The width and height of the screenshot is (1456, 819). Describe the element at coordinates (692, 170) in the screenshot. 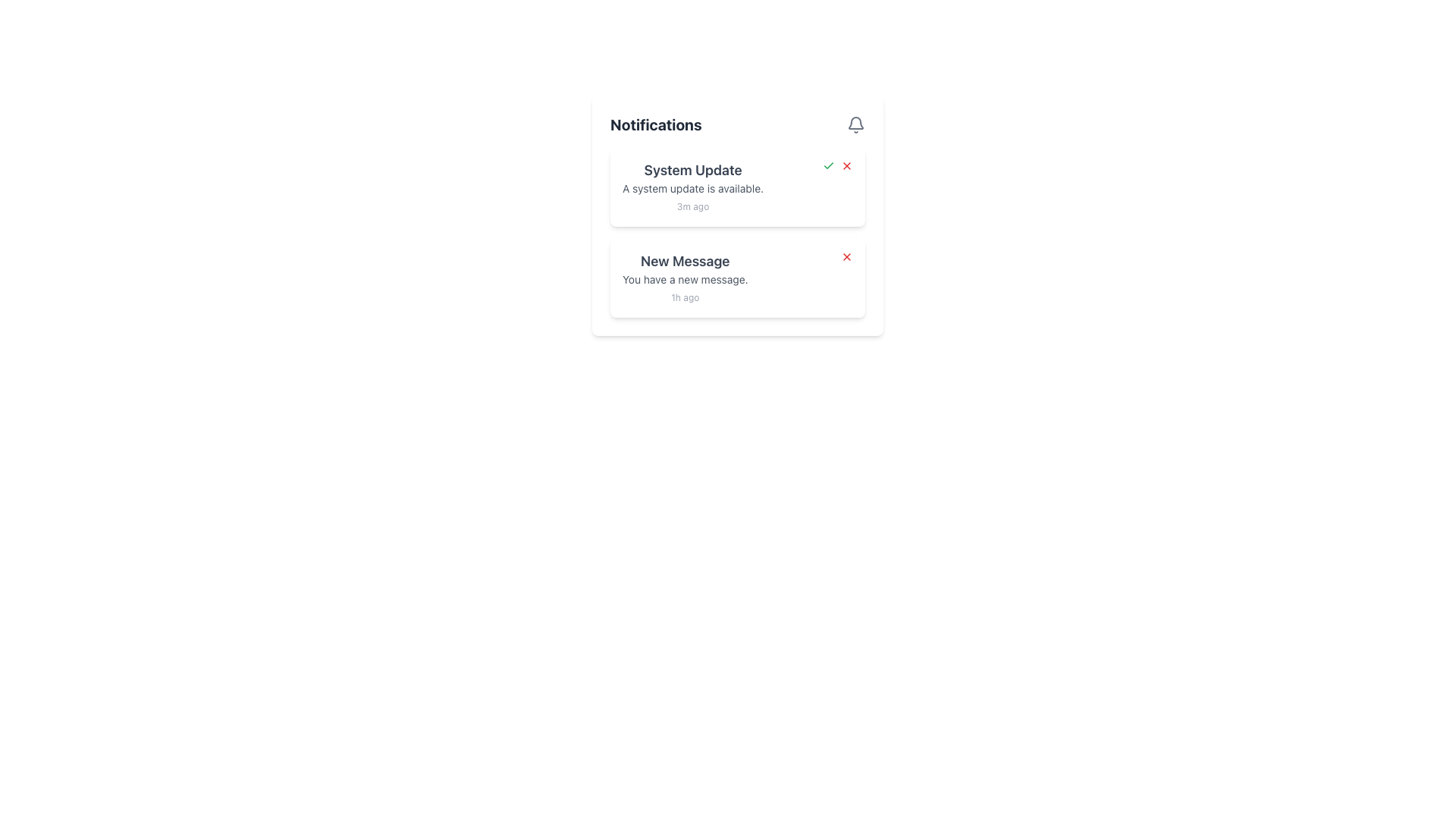

I see `the 'System Update' heading label displayed in bold gray font at the top of the notification block` at that location.